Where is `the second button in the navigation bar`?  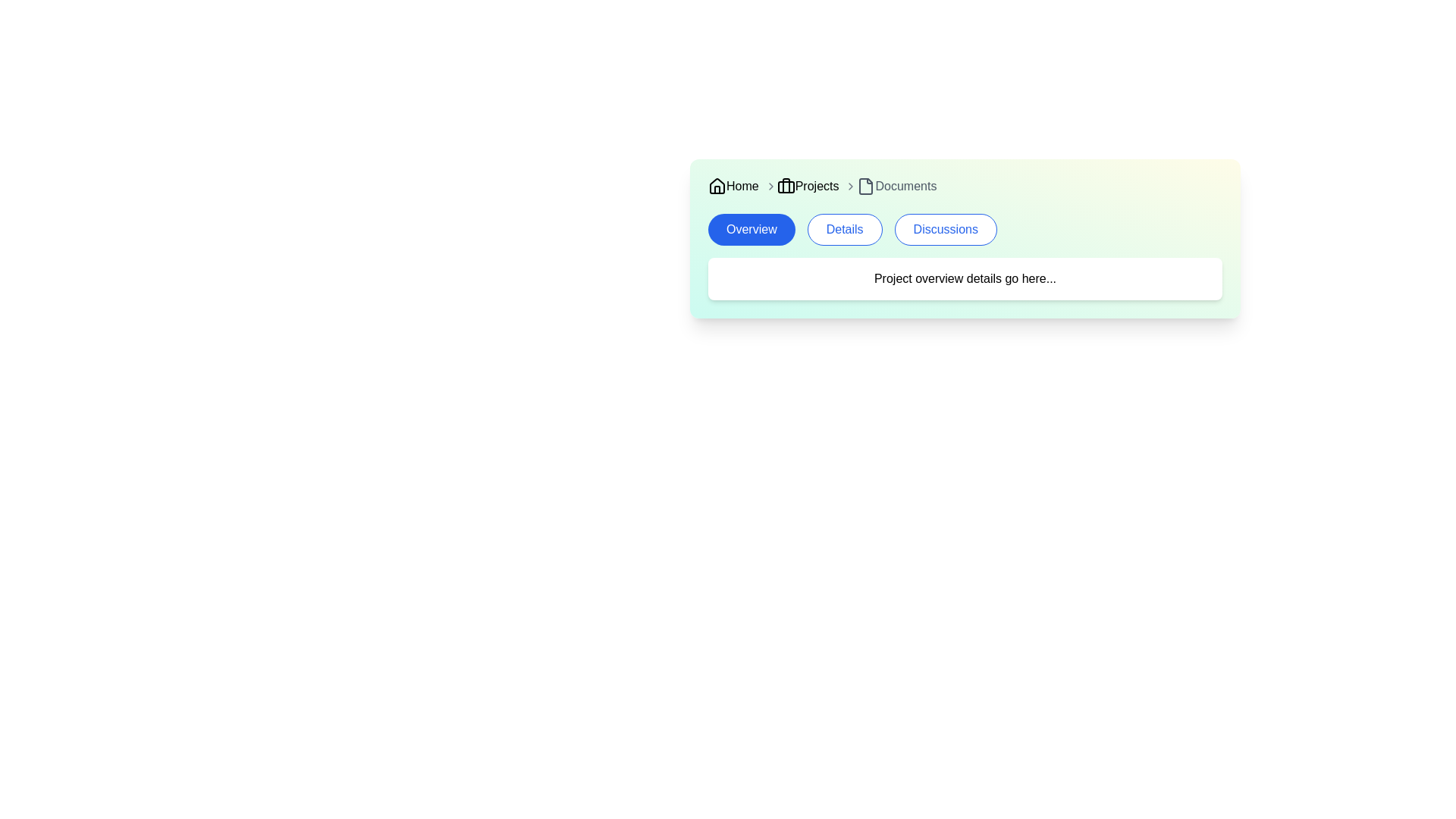 the second button in the navigation bar is located at coordinates (843, 230).